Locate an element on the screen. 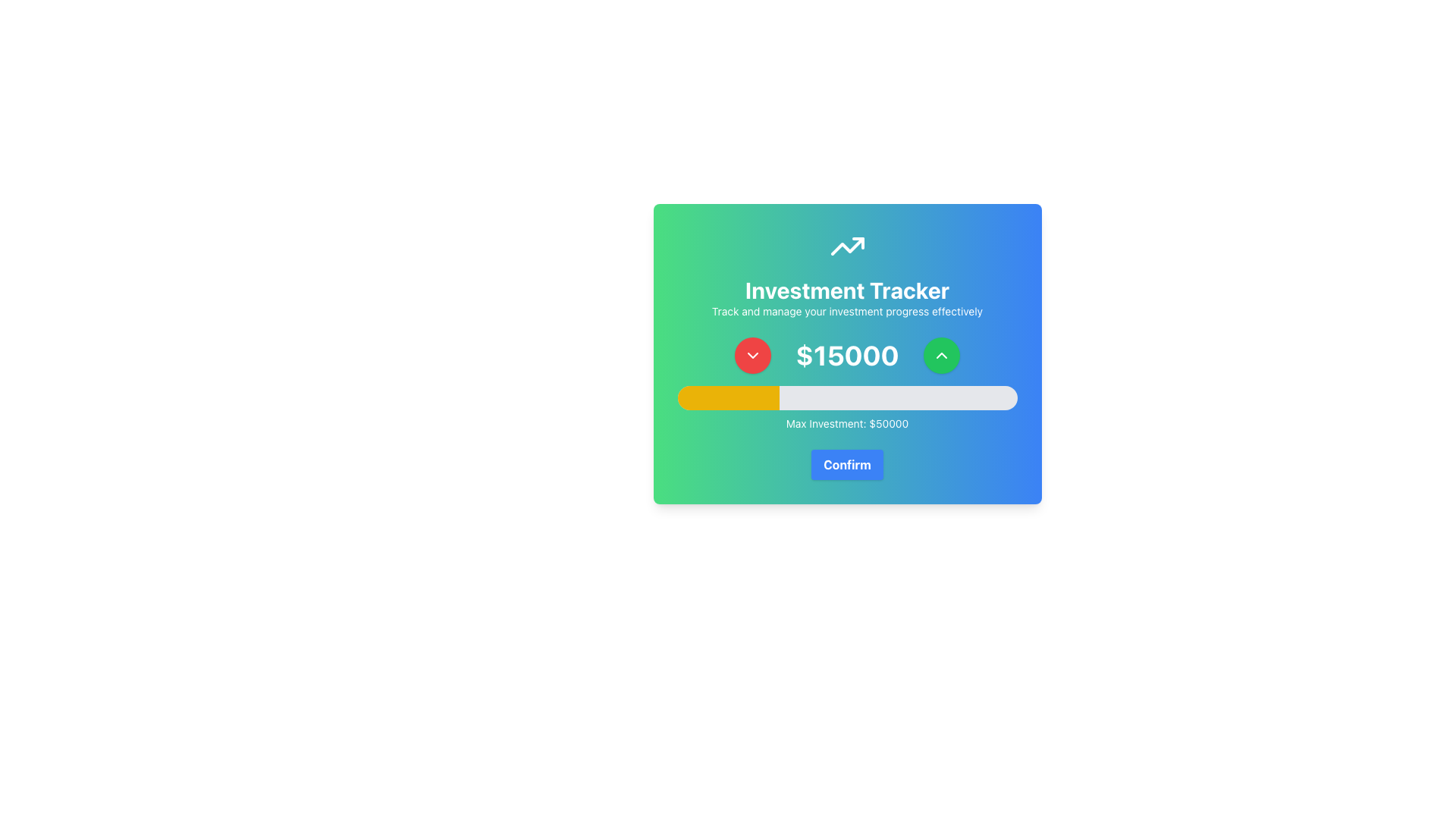  the upward trend icon, which is a clean and modern design with a white angular line and arrowhead, located above the 'Investment Tracker' text is located at coordinates (846, 245).